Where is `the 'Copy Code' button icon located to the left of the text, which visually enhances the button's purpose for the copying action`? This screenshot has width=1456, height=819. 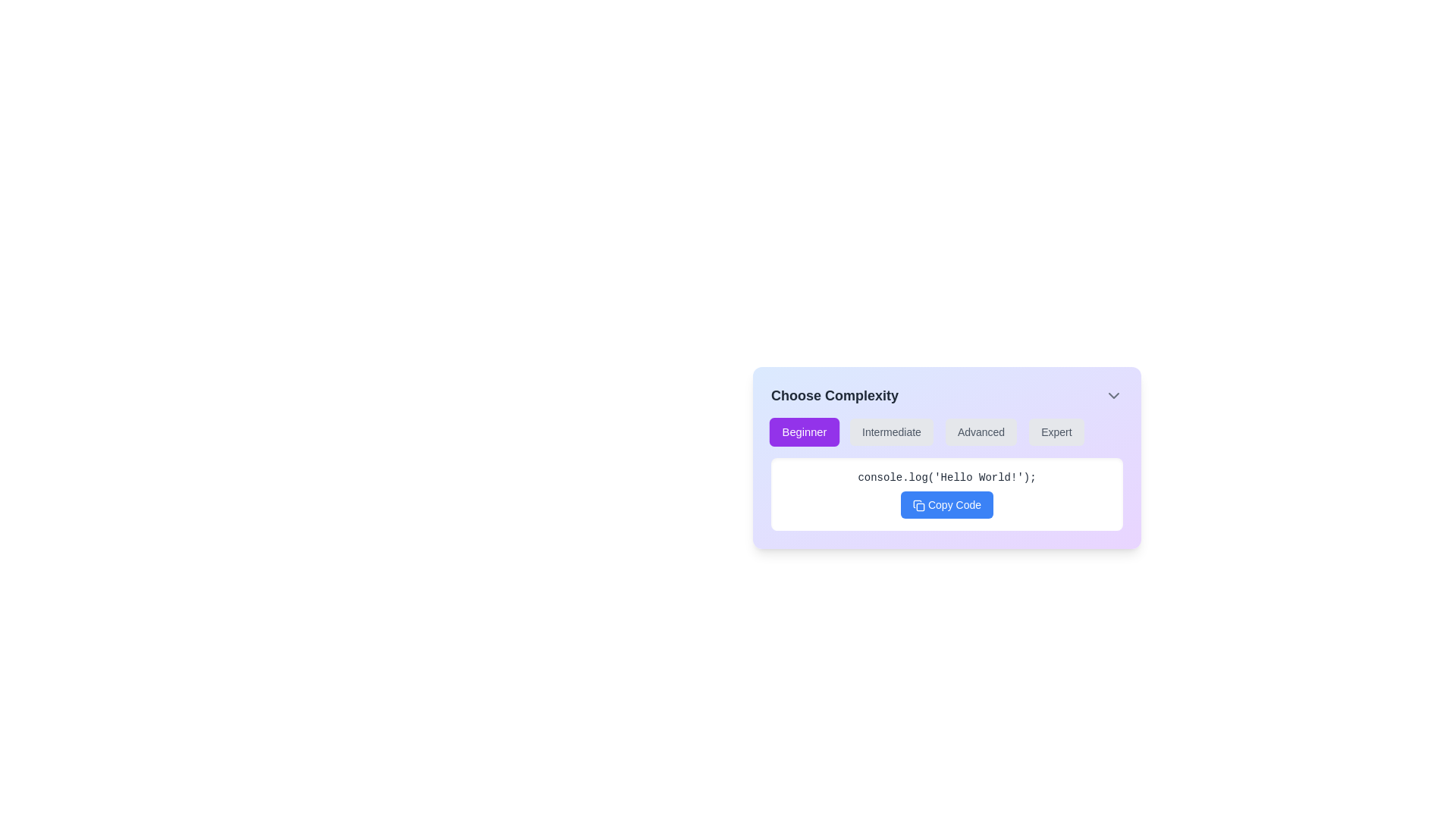 the 'Copy Code' button icon located to the left of the text, which visually enhances the button's purpose for the copying action is located at coordinates (918, 506).